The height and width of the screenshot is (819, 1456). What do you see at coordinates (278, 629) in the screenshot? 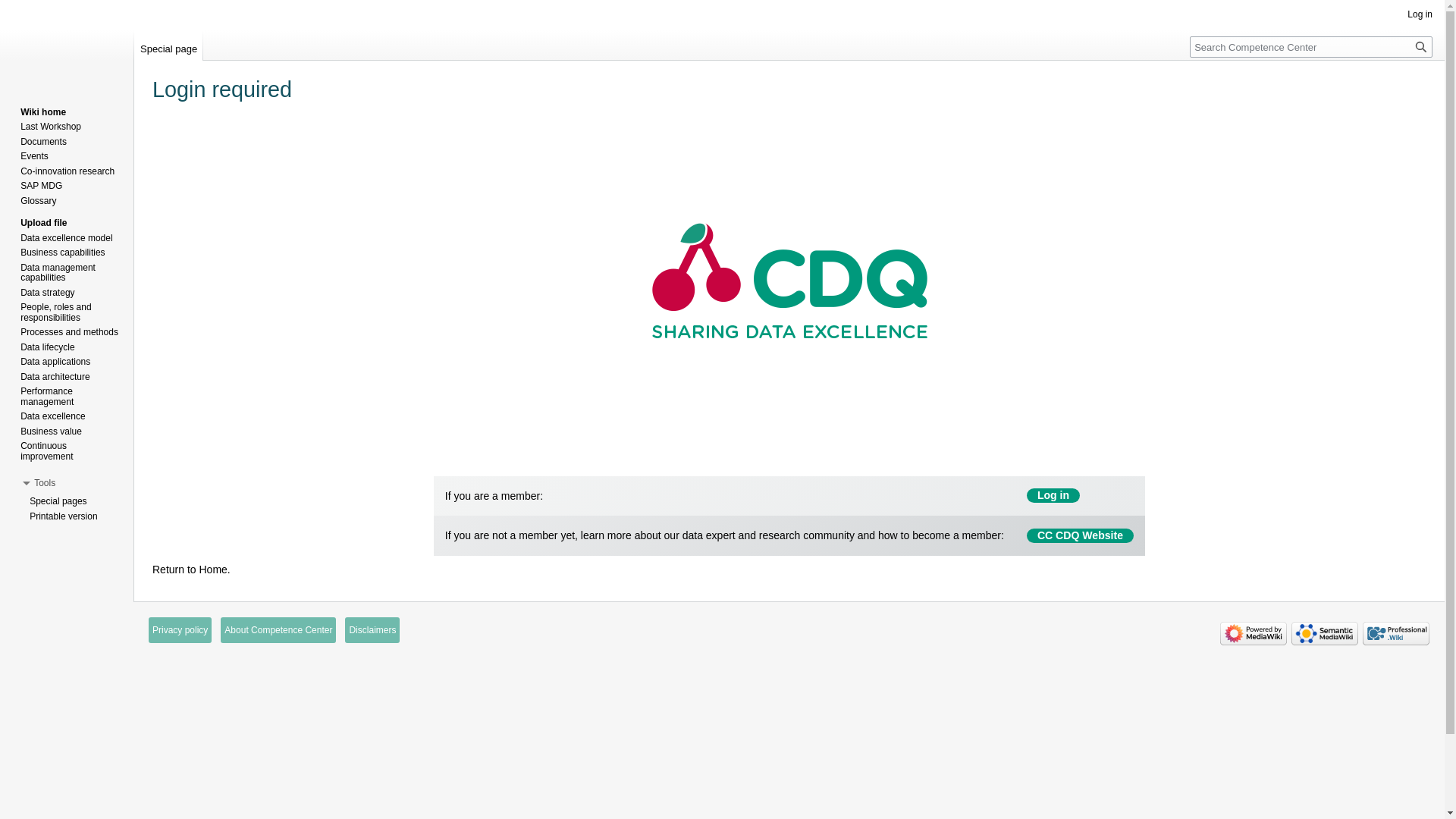
I see `'About Competence Center'` at bounding box center [278, 629].